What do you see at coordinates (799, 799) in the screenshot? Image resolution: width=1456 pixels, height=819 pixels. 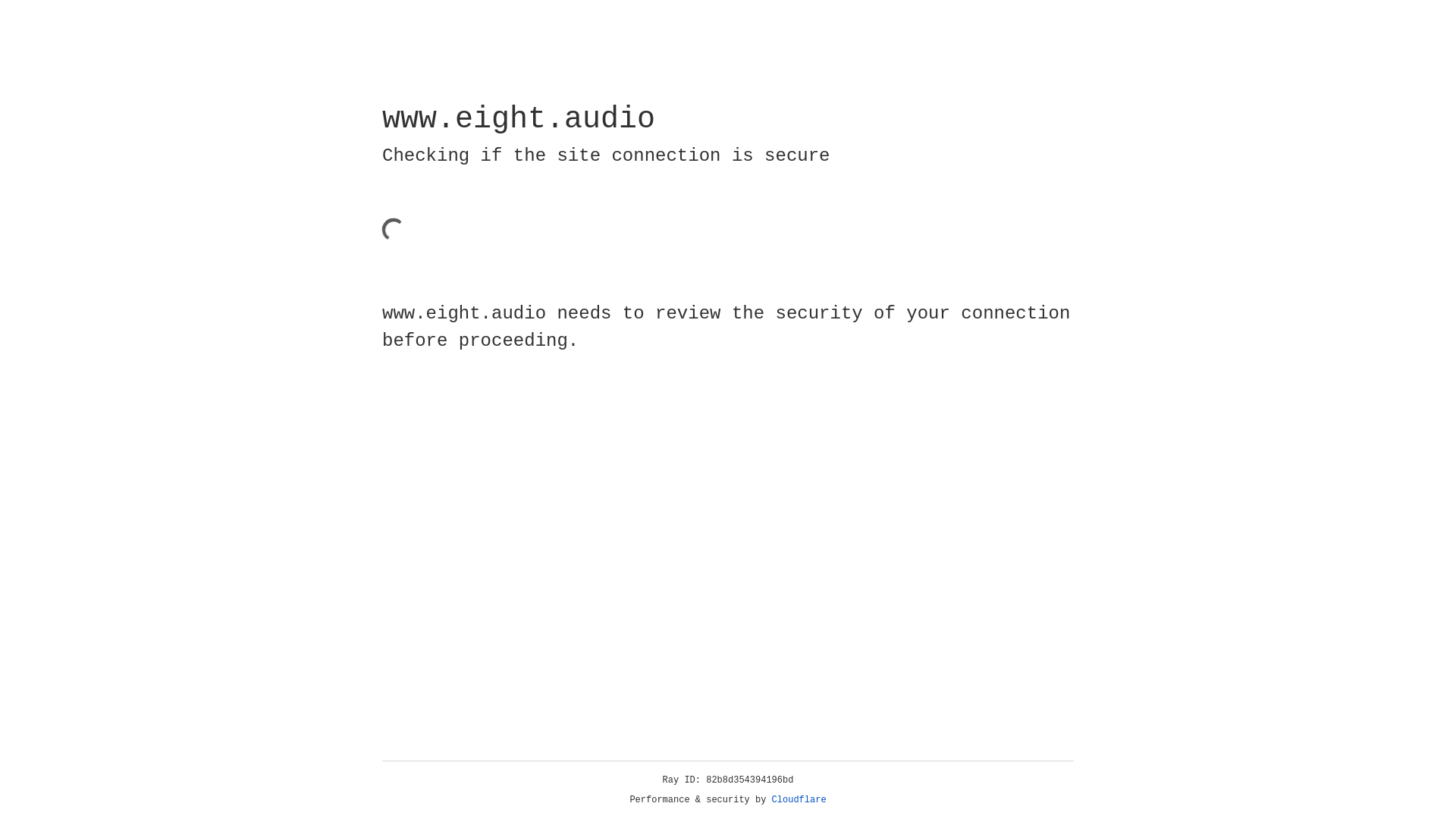 I see `'Cloudflare'` at bounding box center [799, 799].